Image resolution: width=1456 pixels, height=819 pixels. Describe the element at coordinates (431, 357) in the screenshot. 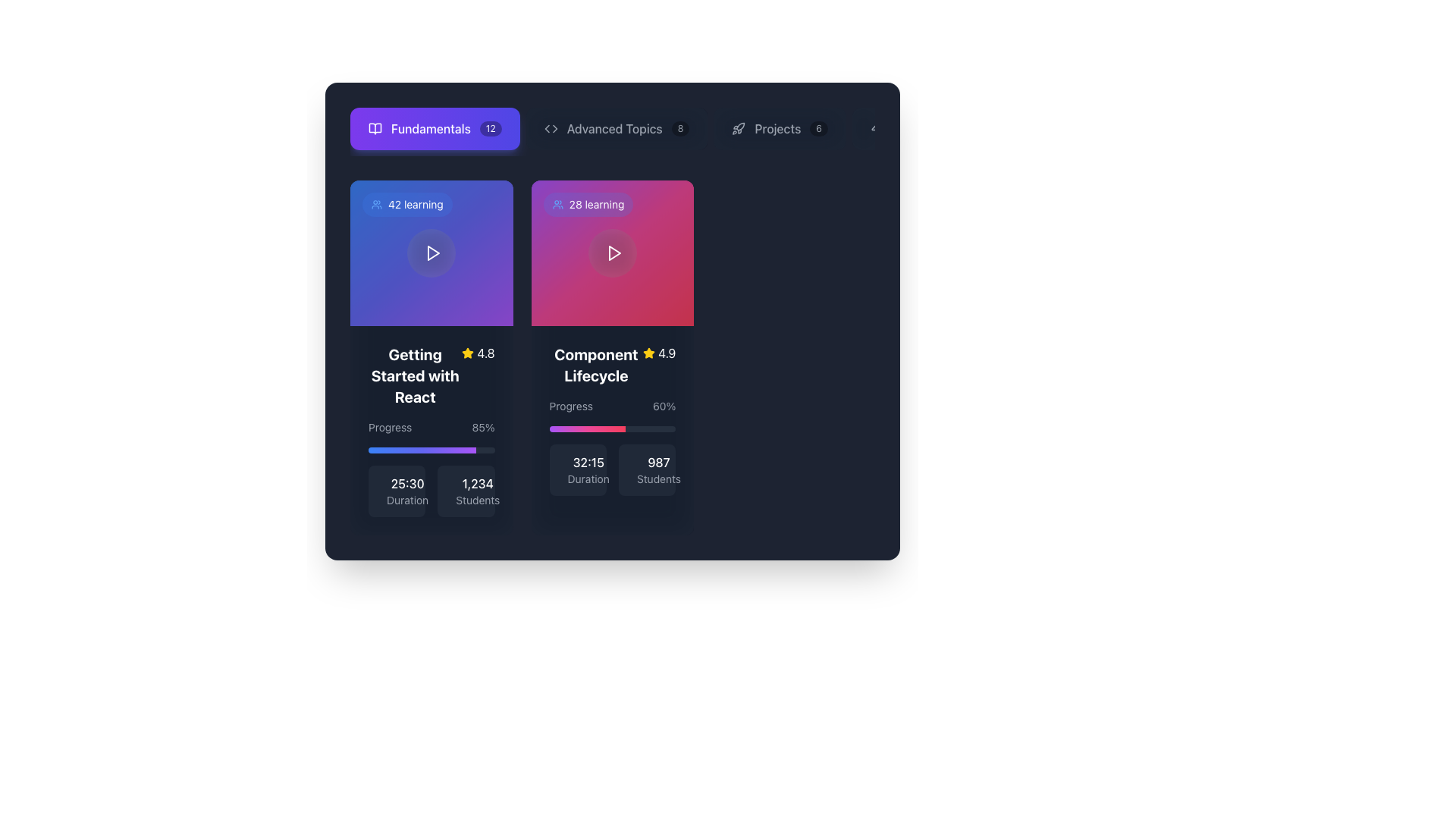

I see `the 'Getting Started with React' course card located in the left side of the grid layout` at that location.